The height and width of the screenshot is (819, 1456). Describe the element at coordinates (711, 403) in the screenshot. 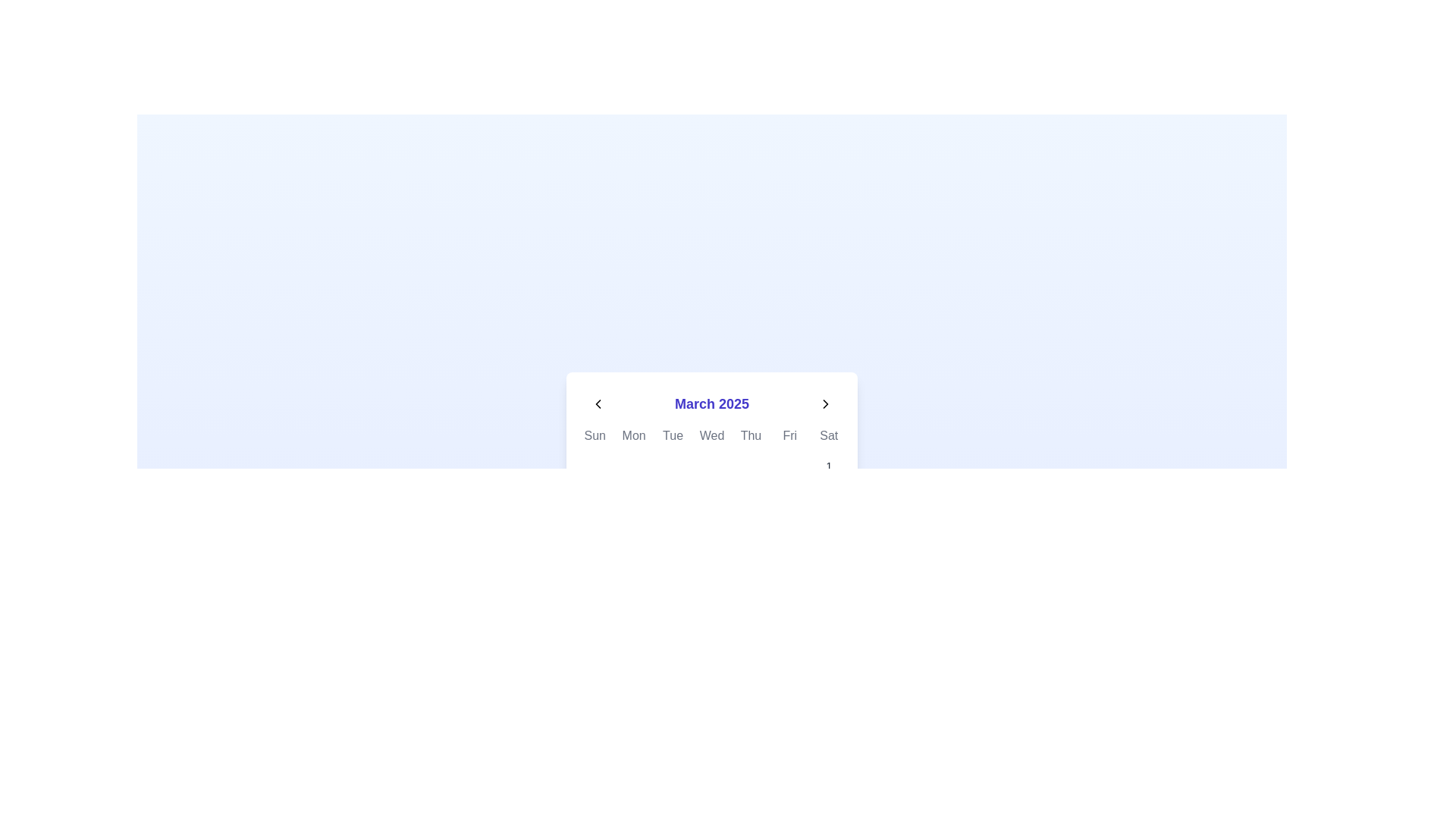

I see `the Text label that indicates the currently displayed month and year in the calendar widget, located at the top section between the navigation icons` at that location.